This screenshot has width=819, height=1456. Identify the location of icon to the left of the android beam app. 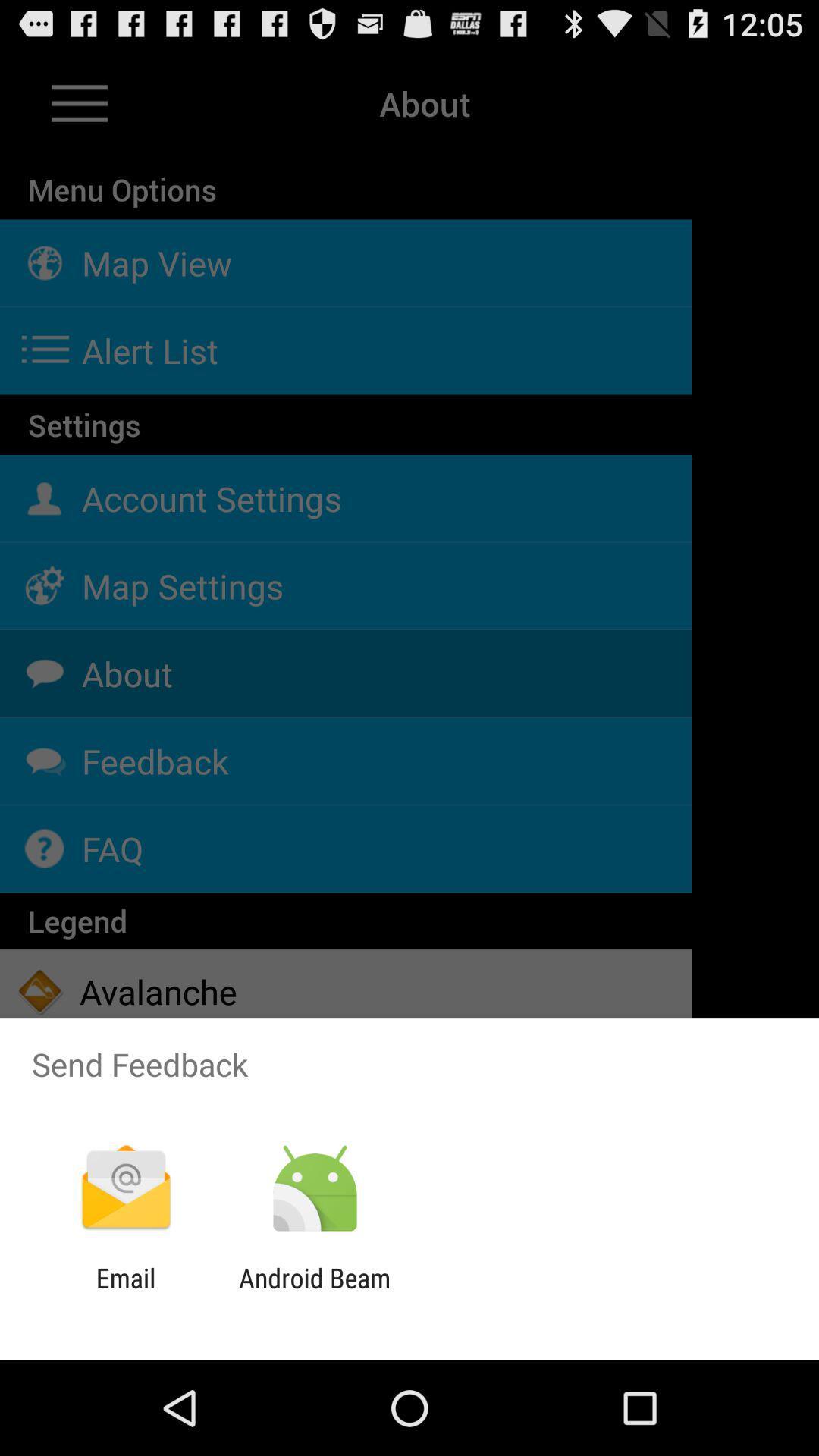
(125, 1293).